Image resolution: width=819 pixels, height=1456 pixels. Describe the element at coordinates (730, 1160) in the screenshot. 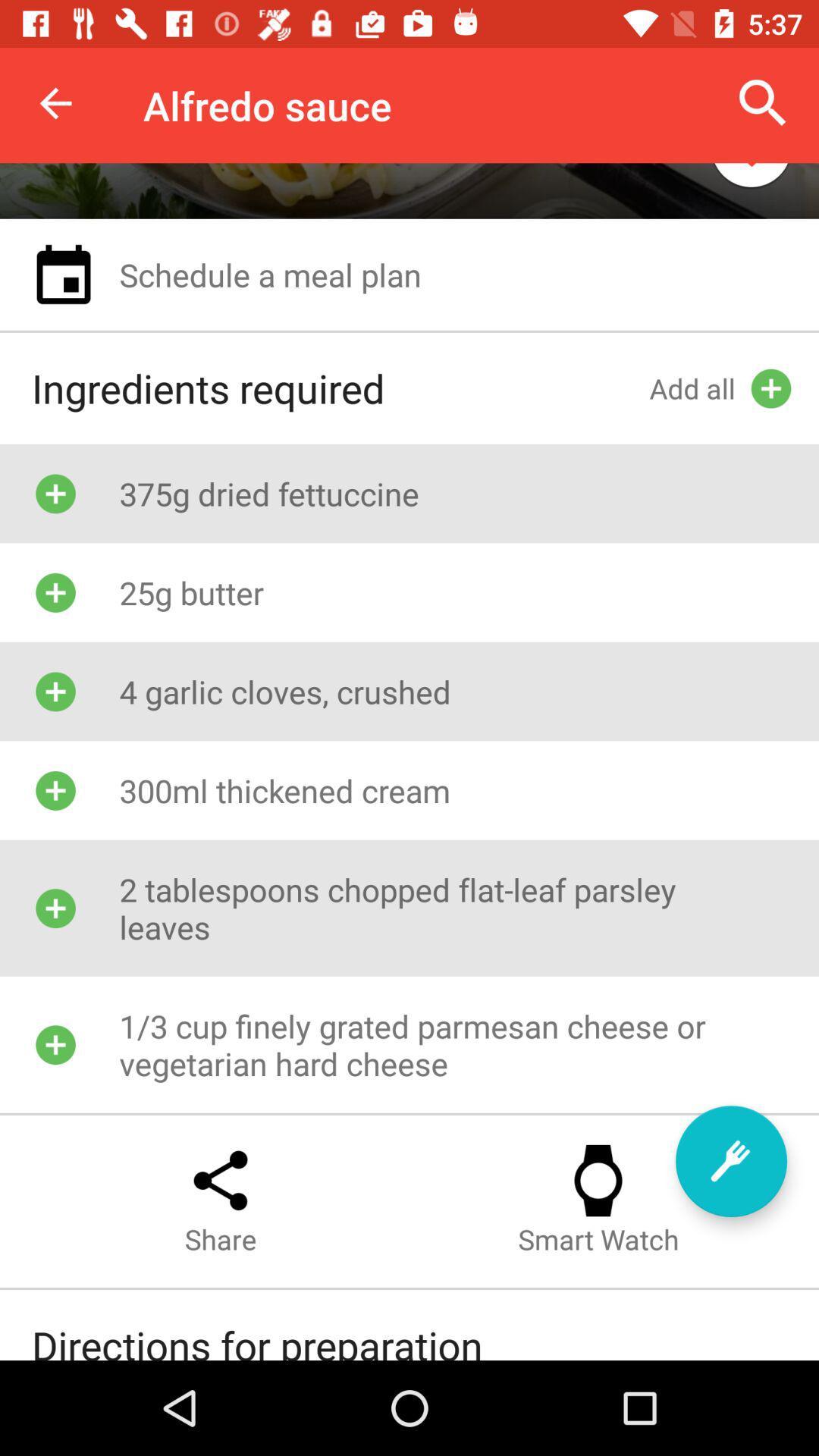

I see `to menu` at that location.